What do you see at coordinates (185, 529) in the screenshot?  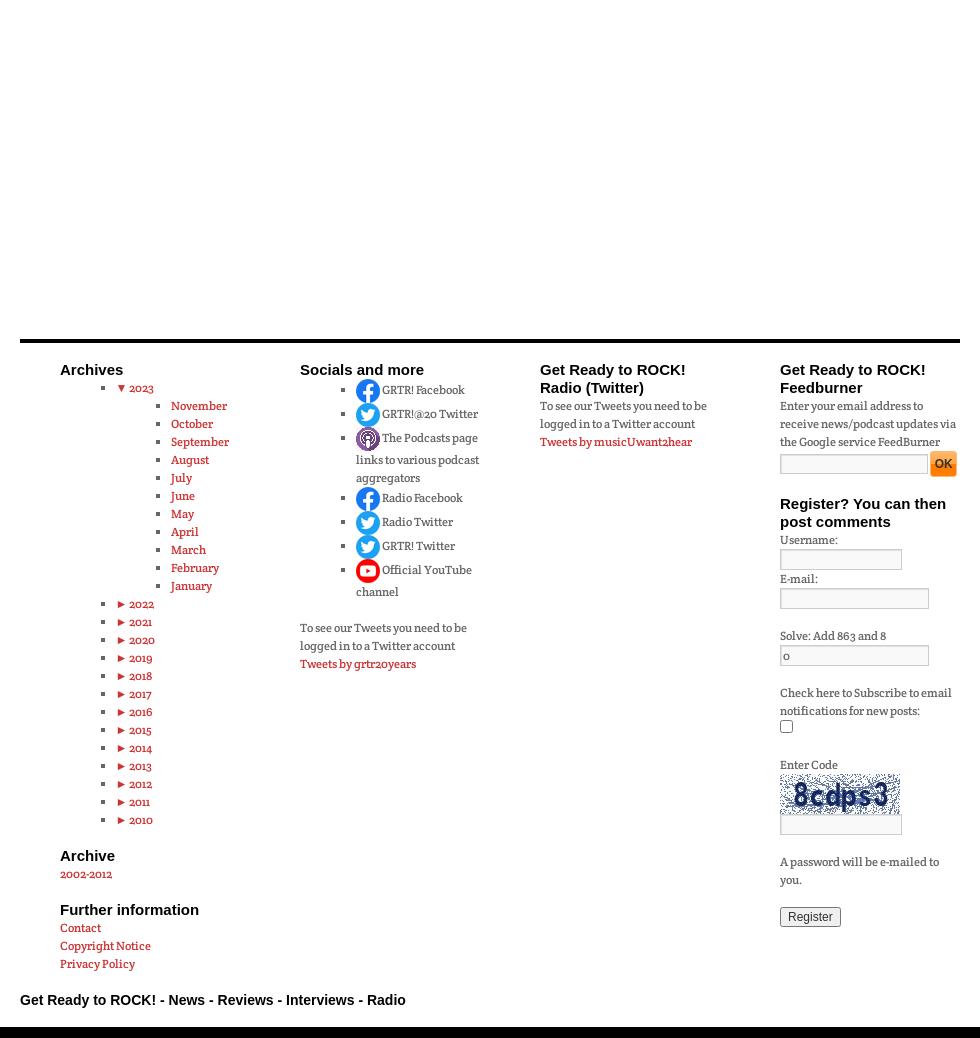 I see `'April'` at bounding box center [185, 529].